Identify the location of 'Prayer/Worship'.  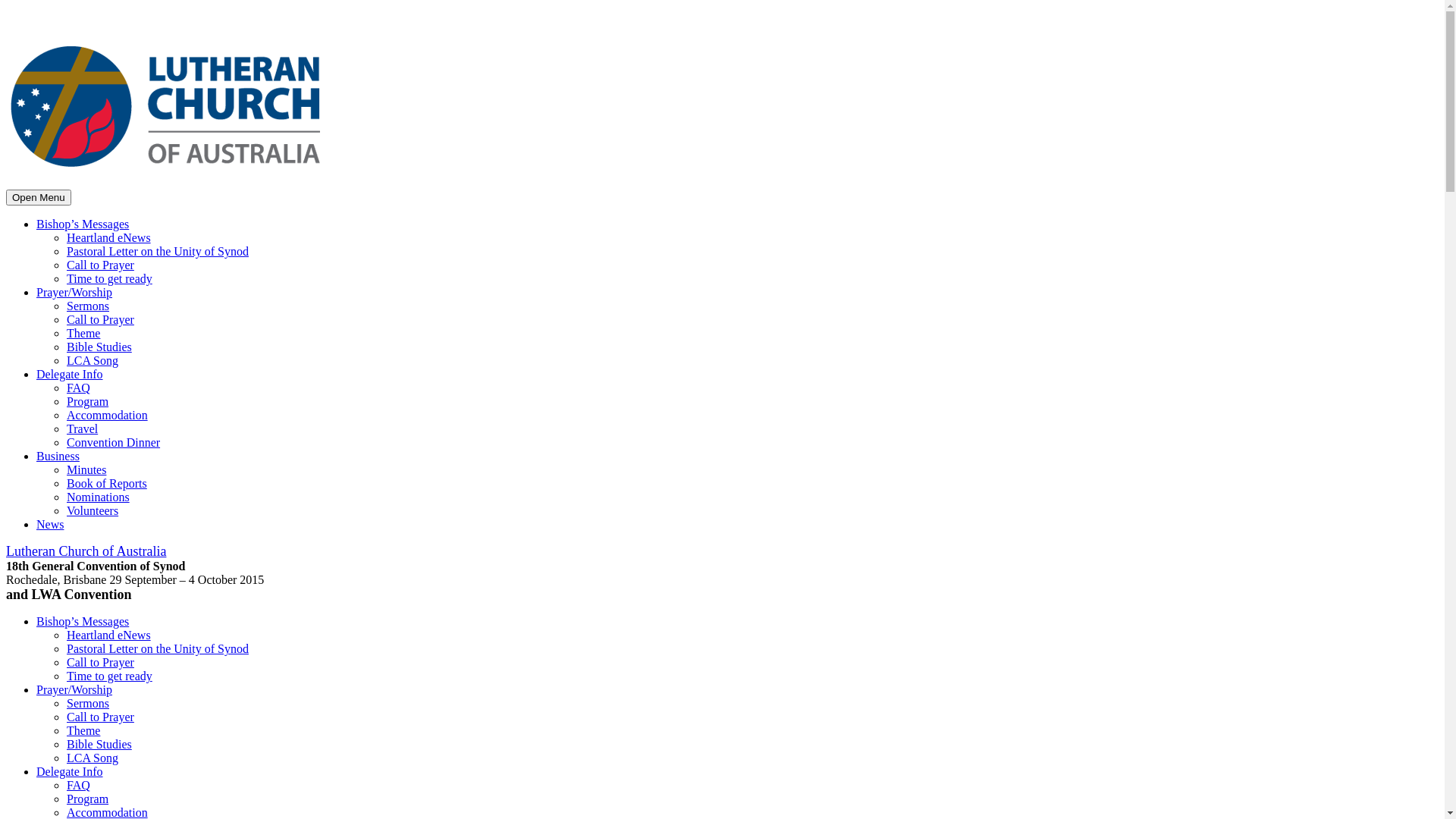
(73, 689).